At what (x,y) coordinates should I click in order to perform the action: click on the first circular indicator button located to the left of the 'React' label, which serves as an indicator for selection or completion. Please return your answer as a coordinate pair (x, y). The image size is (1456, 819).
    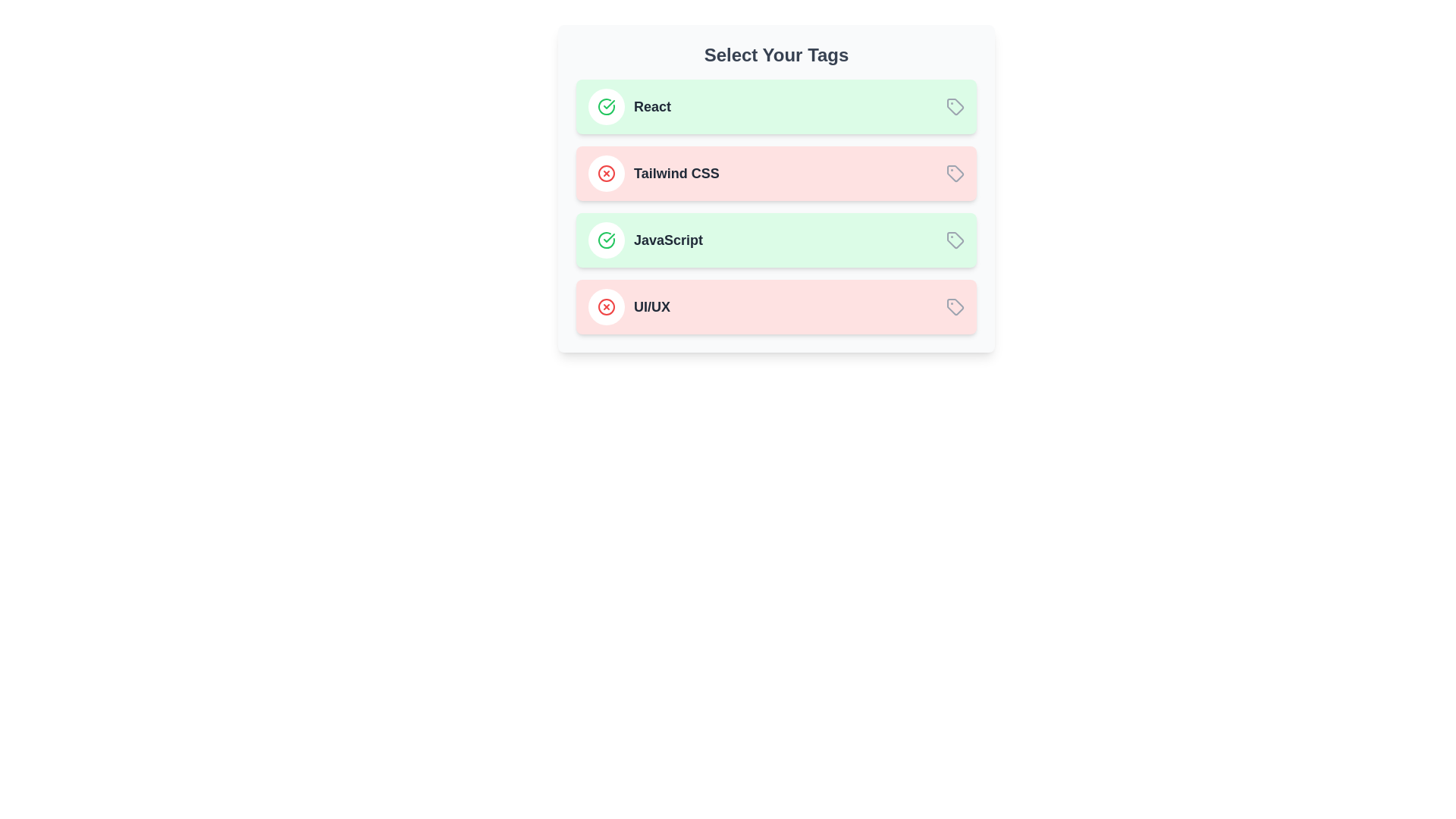
    Looking at the image, I should click on (607, 106).